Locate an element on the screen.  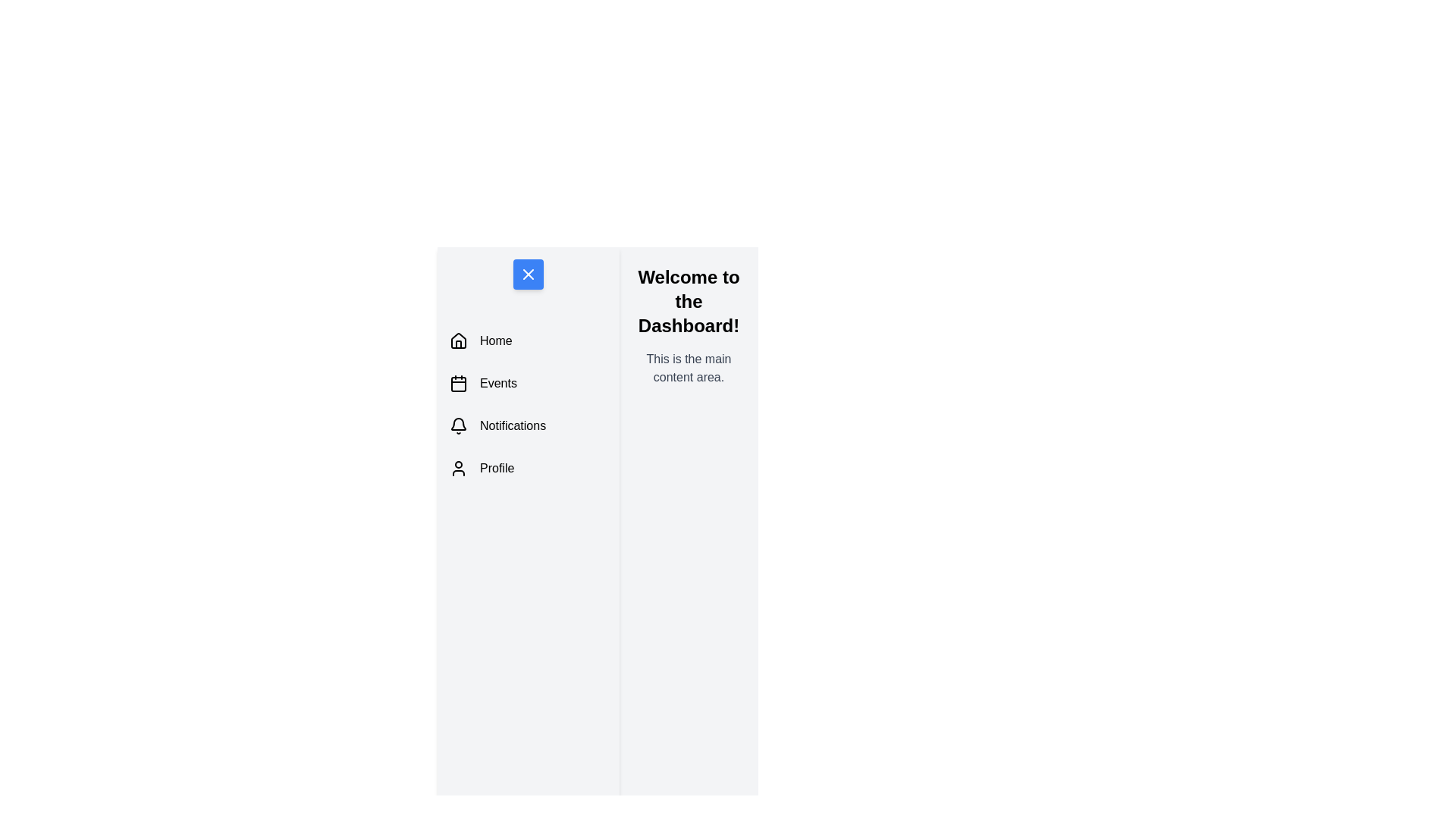
the close or cancel button located within the blue circular button at the top of the sidebar menu is located at coordinates (528, 275).